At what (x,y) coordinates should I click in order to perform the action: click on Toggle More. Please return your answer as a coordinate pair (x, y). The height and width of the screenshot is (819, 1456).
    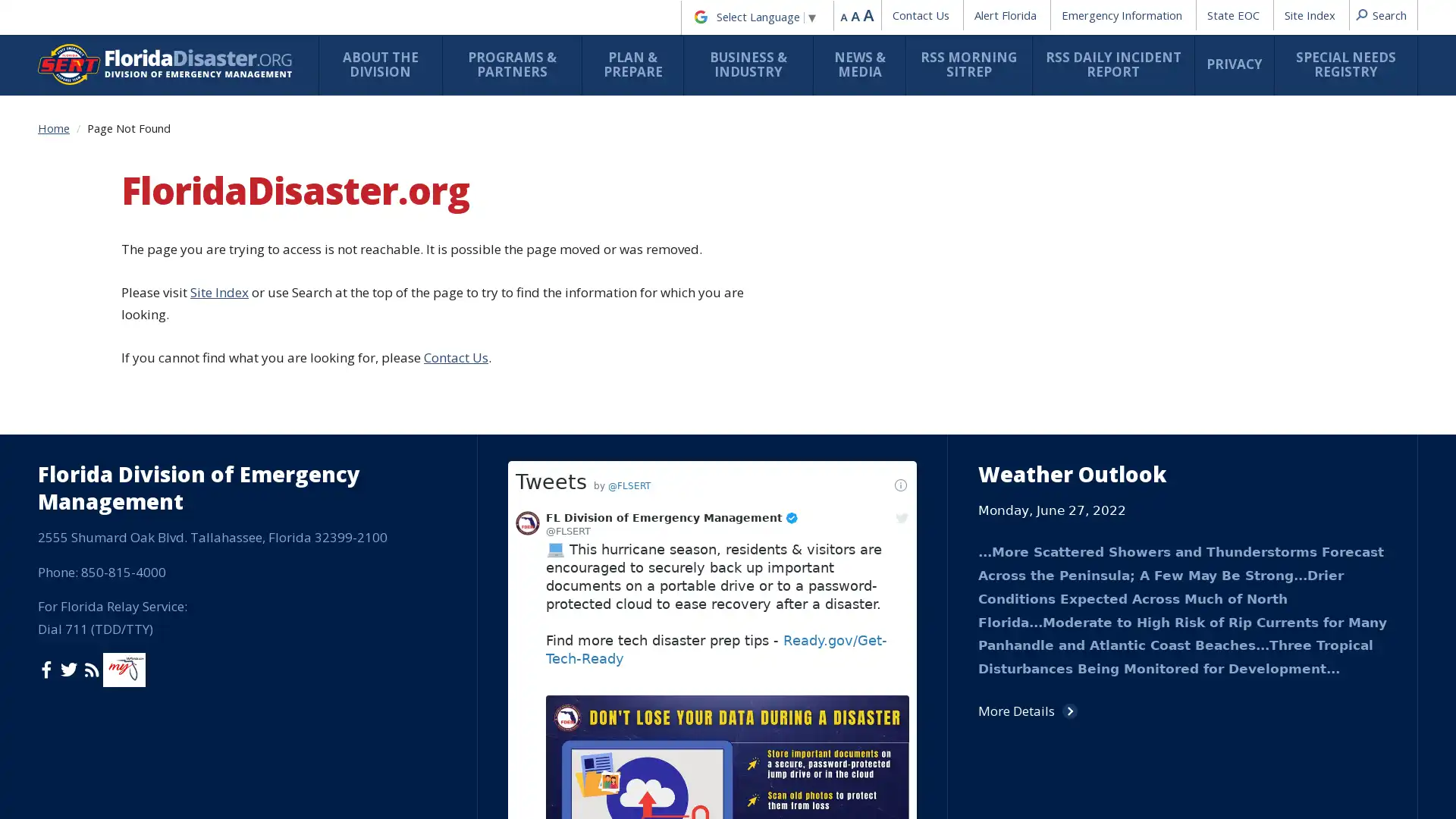
    Looking at the image, I should click on (607, 520).